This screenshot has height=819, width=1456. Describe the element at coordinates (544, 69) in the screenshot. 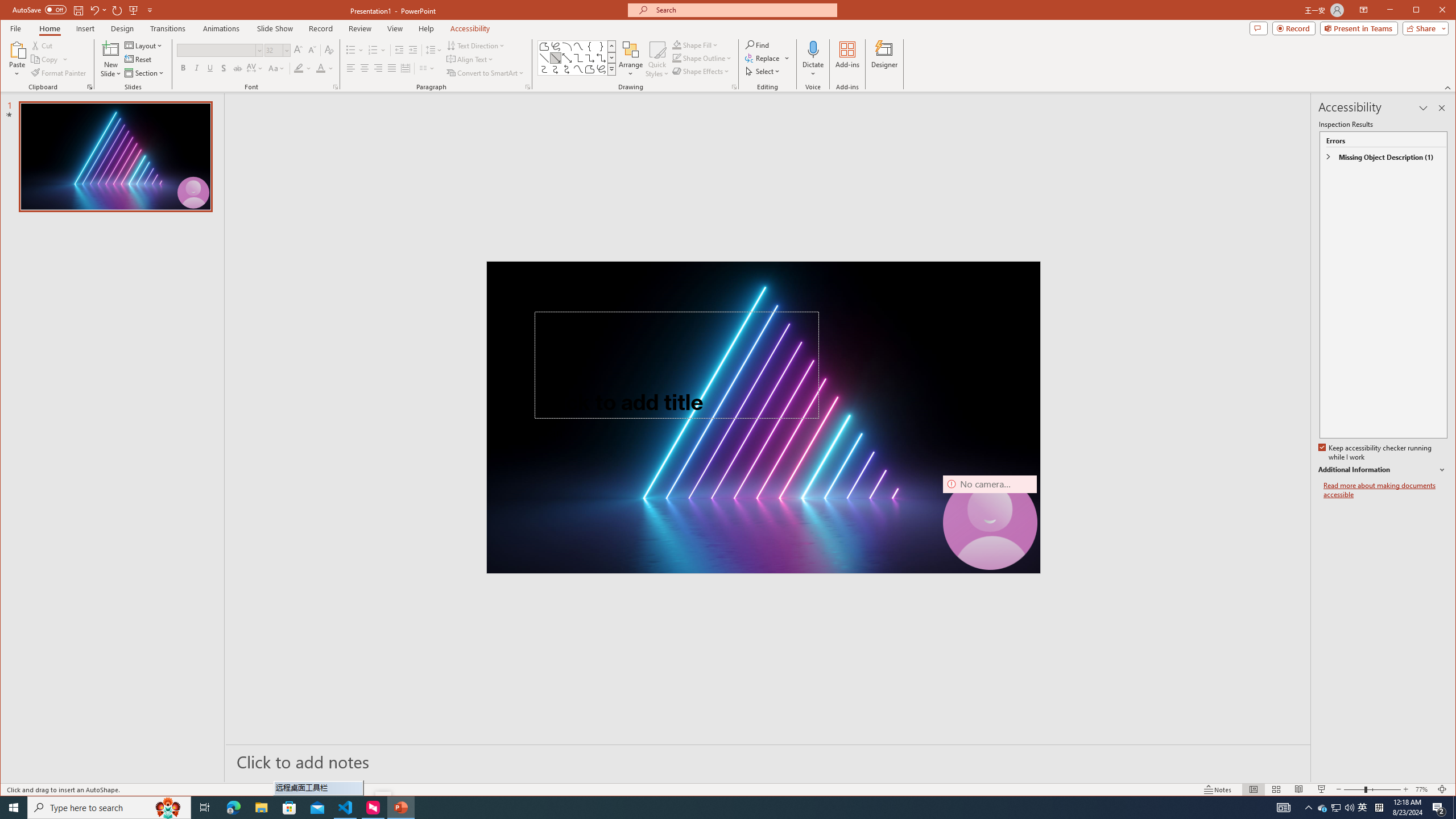

I see `'Connector: Curved'` at that location.